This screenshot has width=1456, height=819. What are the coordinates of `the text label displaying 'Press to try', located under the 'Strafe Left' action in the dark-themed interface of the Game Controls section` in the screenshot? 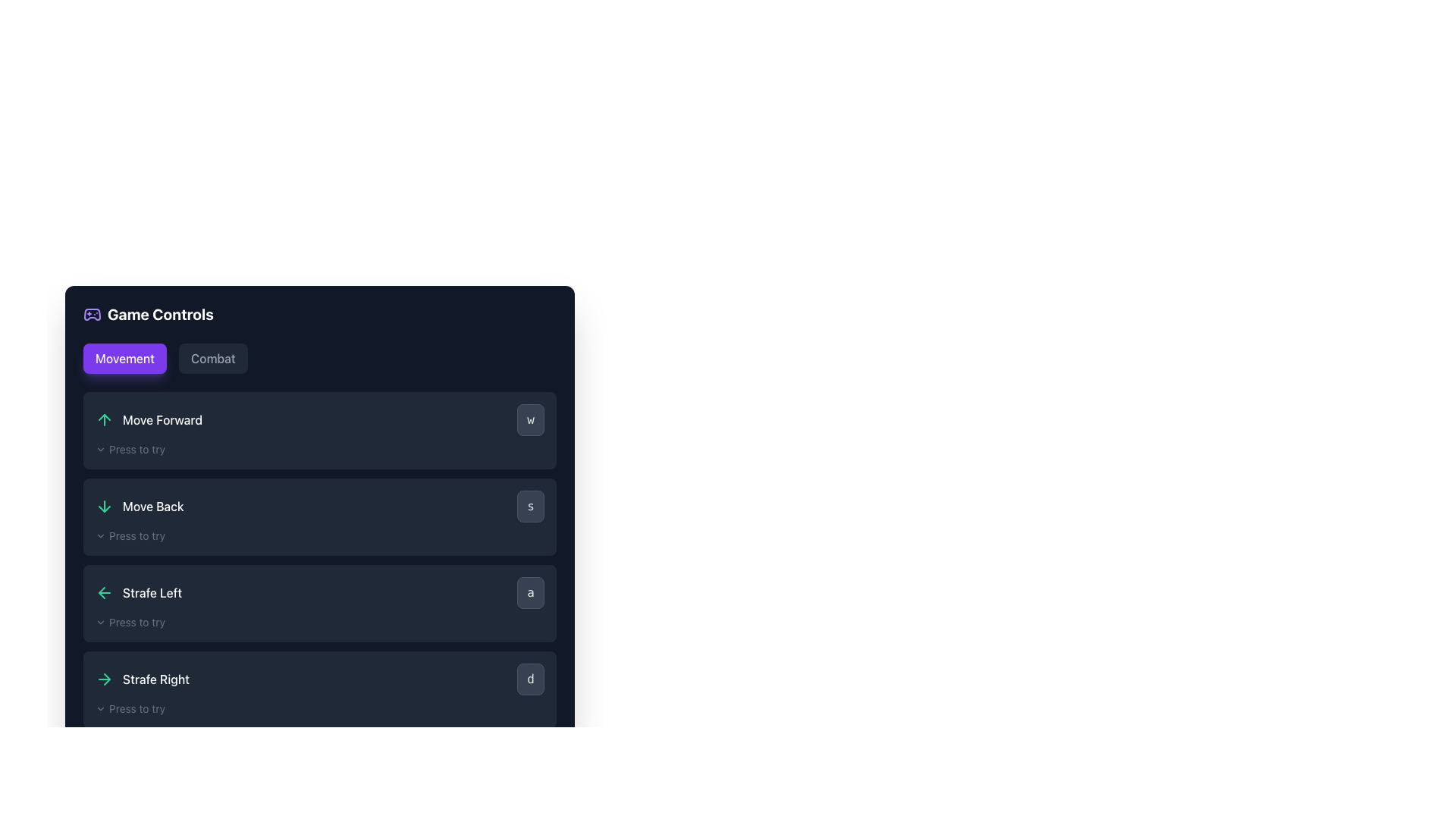 It's located at (137, 623).